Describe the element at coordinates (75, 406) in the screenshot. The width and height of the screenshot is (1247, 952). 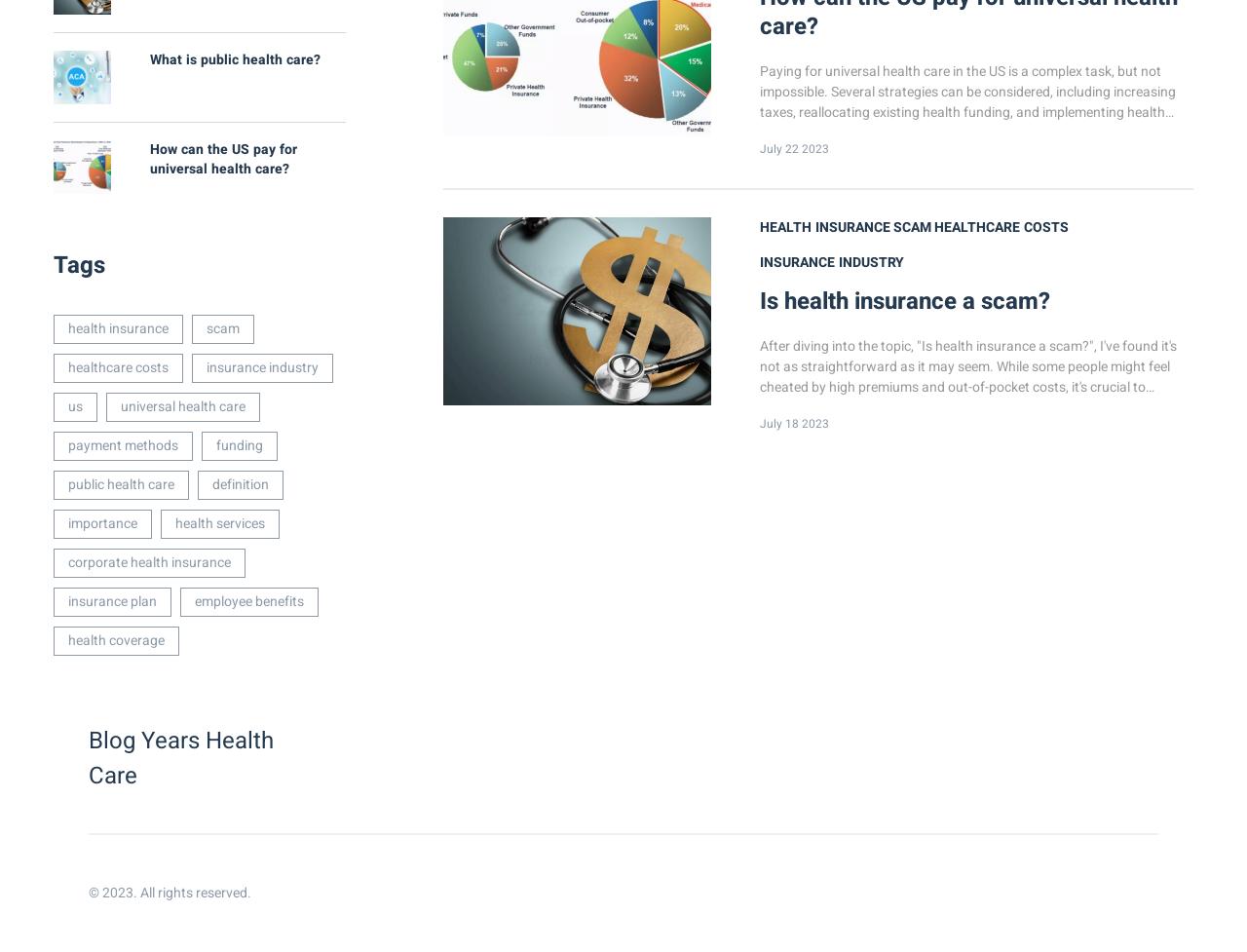
I see `'us'` at that location.